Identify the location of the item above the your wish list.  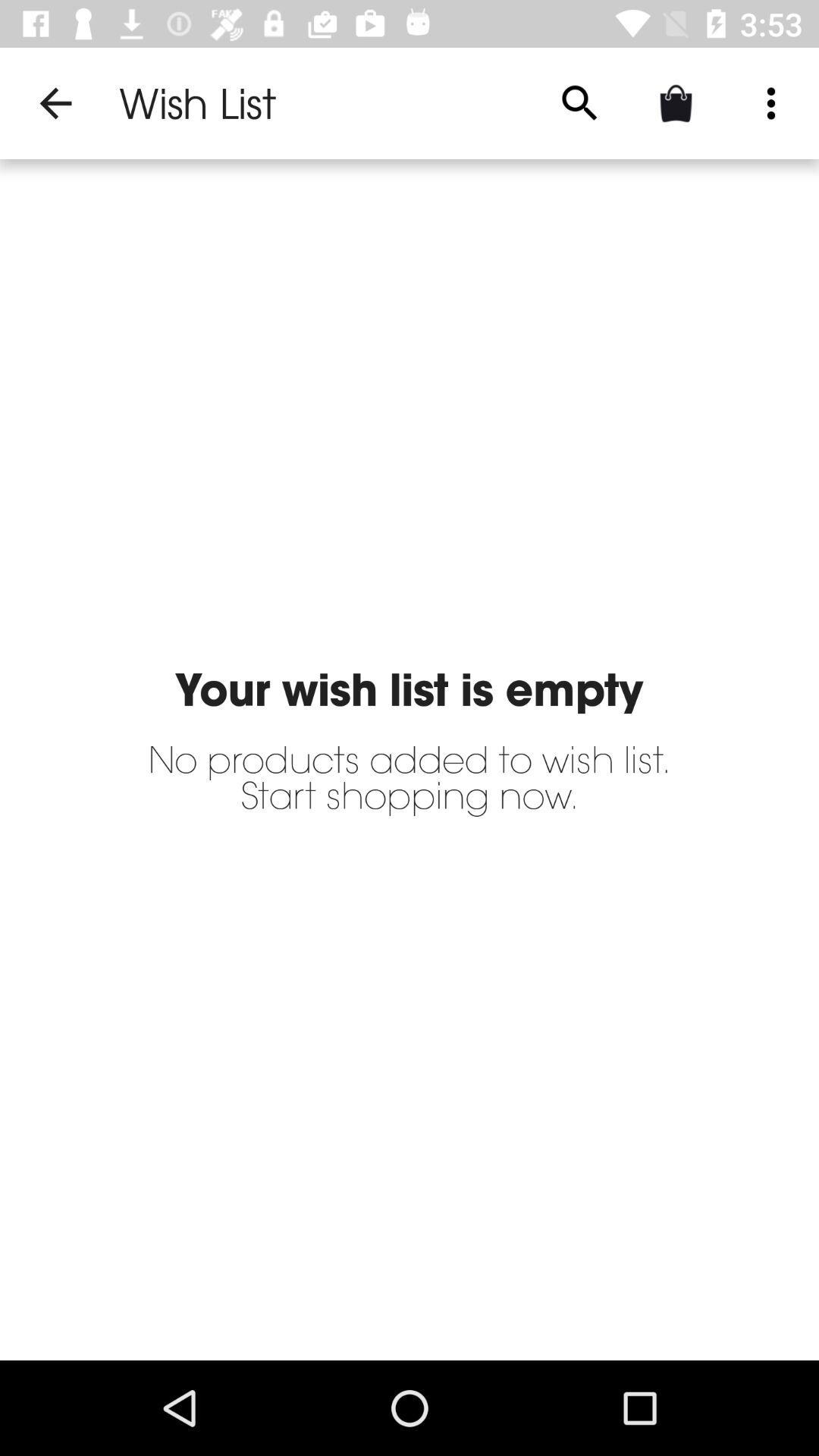
(771, 102).